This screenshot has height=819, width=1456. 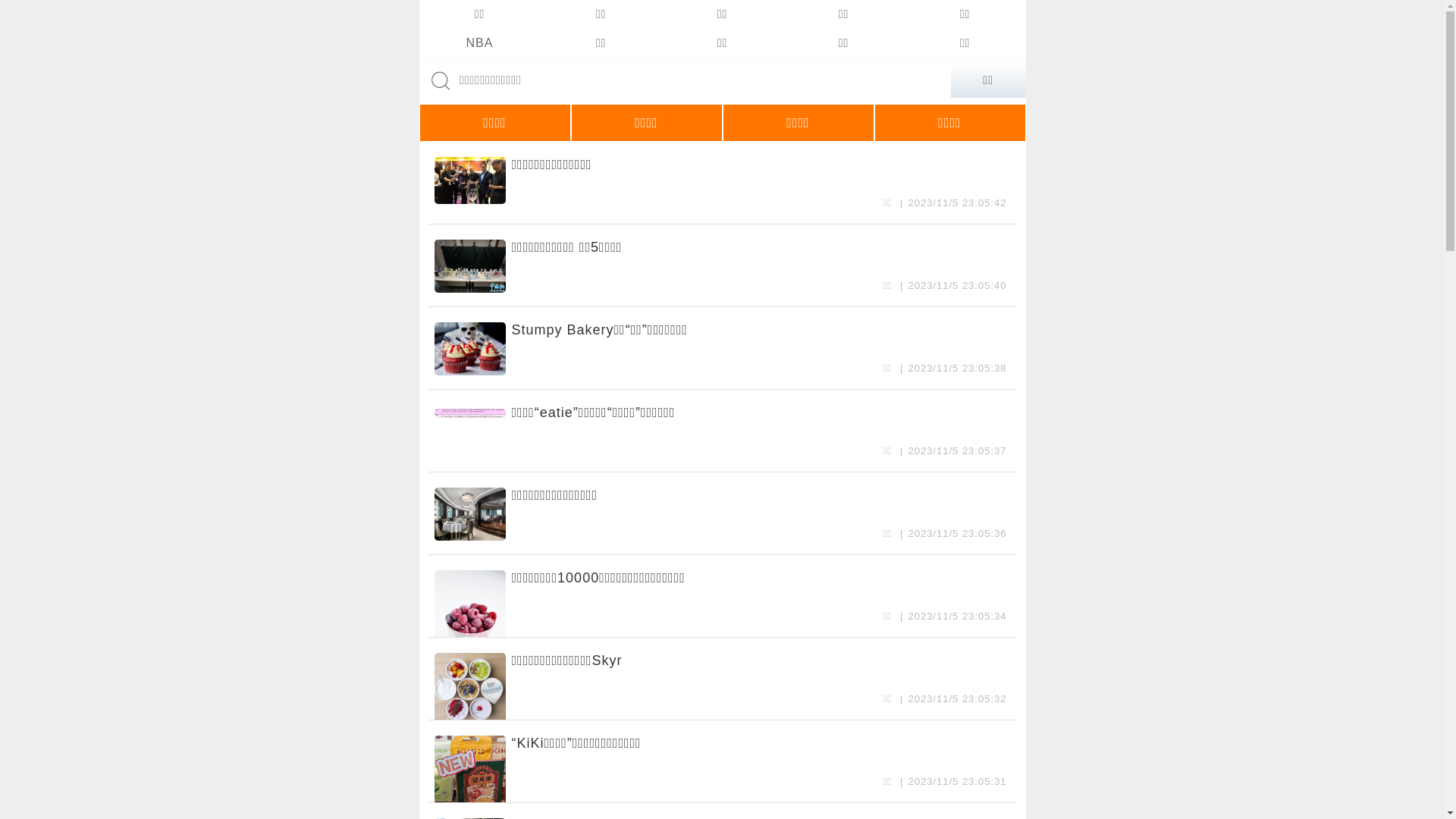 What do you see at coordinates (479, 42) in the screenshot?
I see `'NBA'` at bounding box center [479, 42].